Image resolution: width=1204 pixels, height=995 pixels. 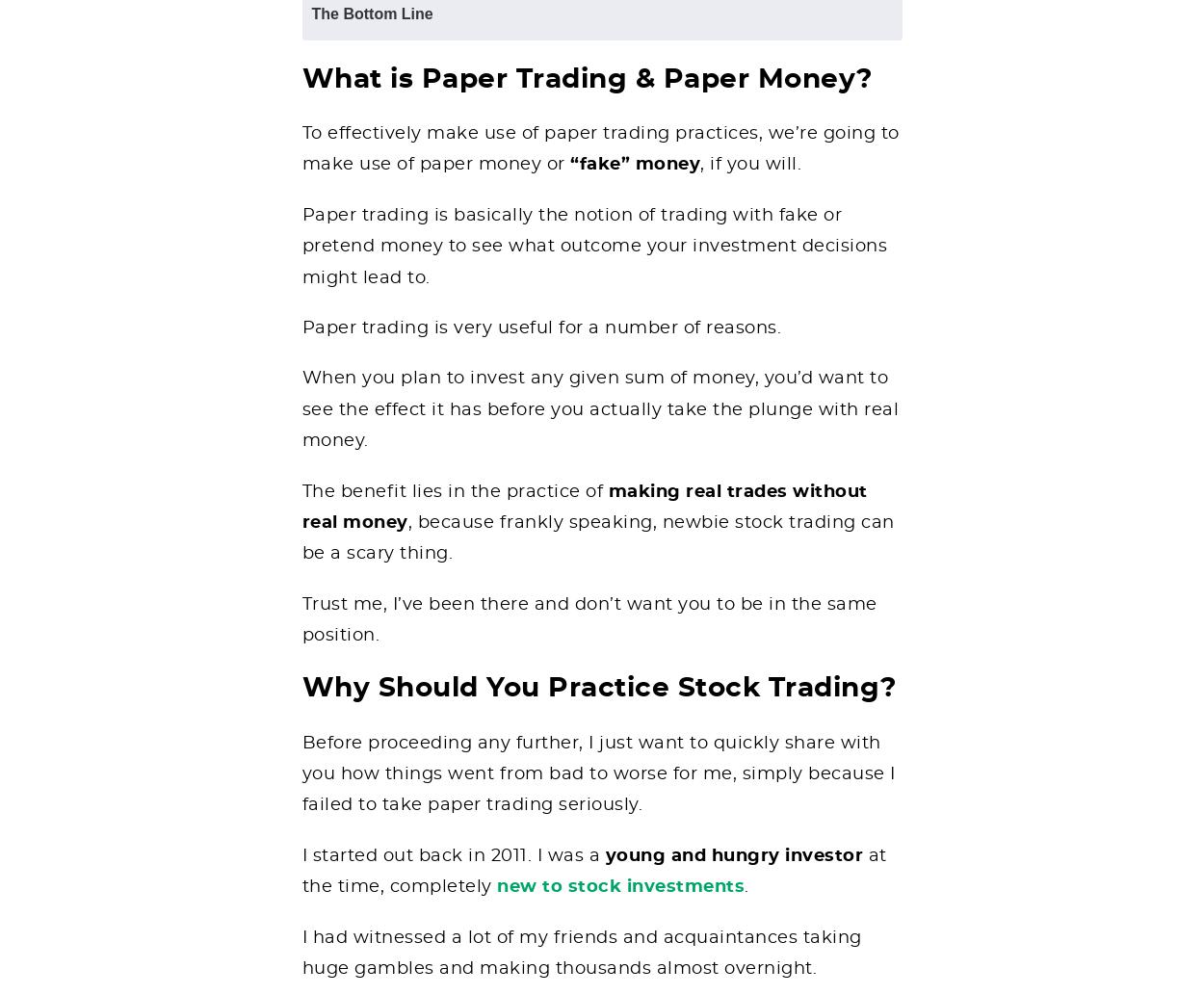 I want to click on 'To effectively make use of paper trading practices, we’re going to make use of paper money or', so click(x=599, y=148).